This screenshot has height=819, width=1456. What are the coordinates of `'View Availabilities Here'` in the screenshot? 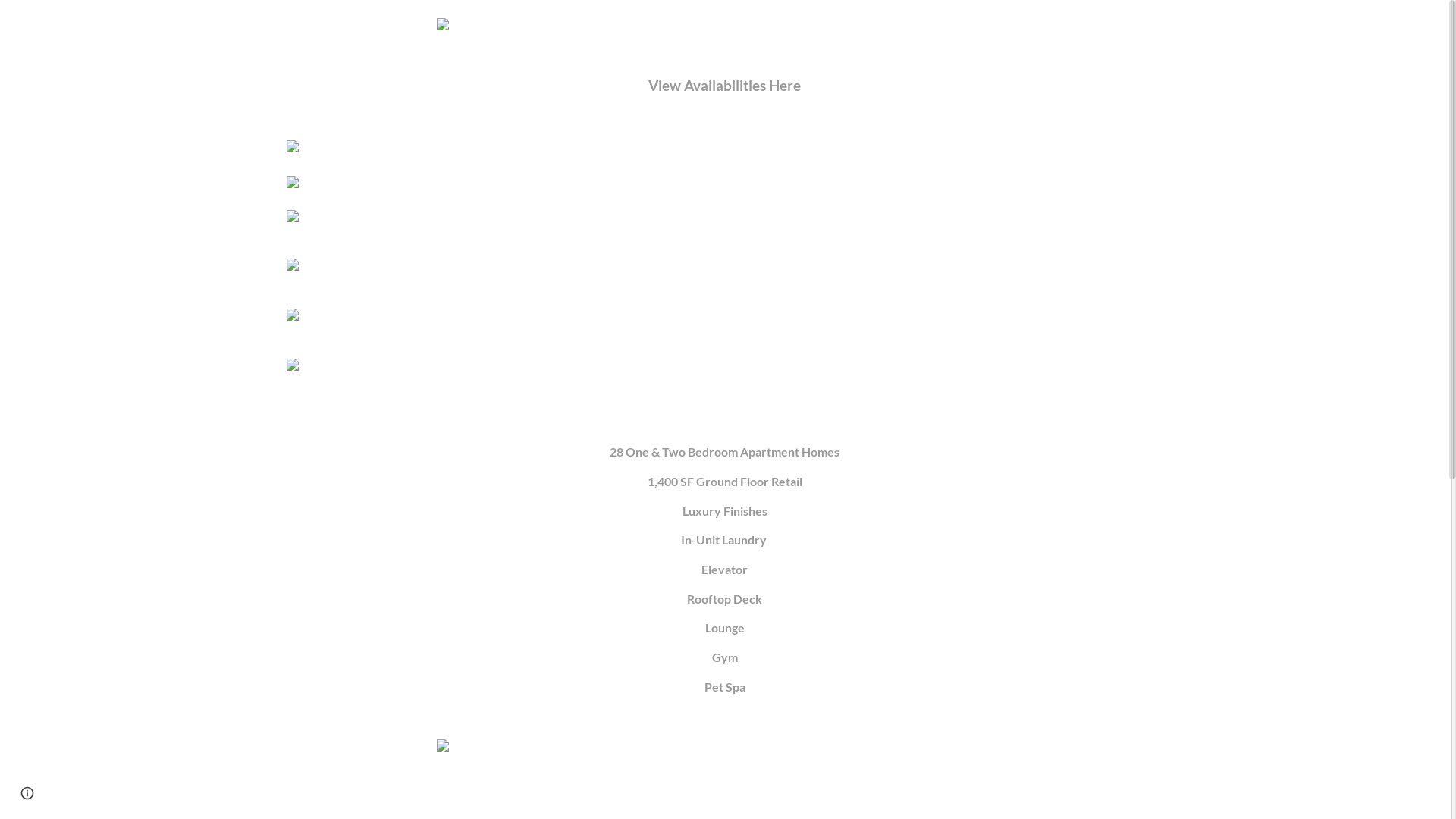 It's located at (648, 86).